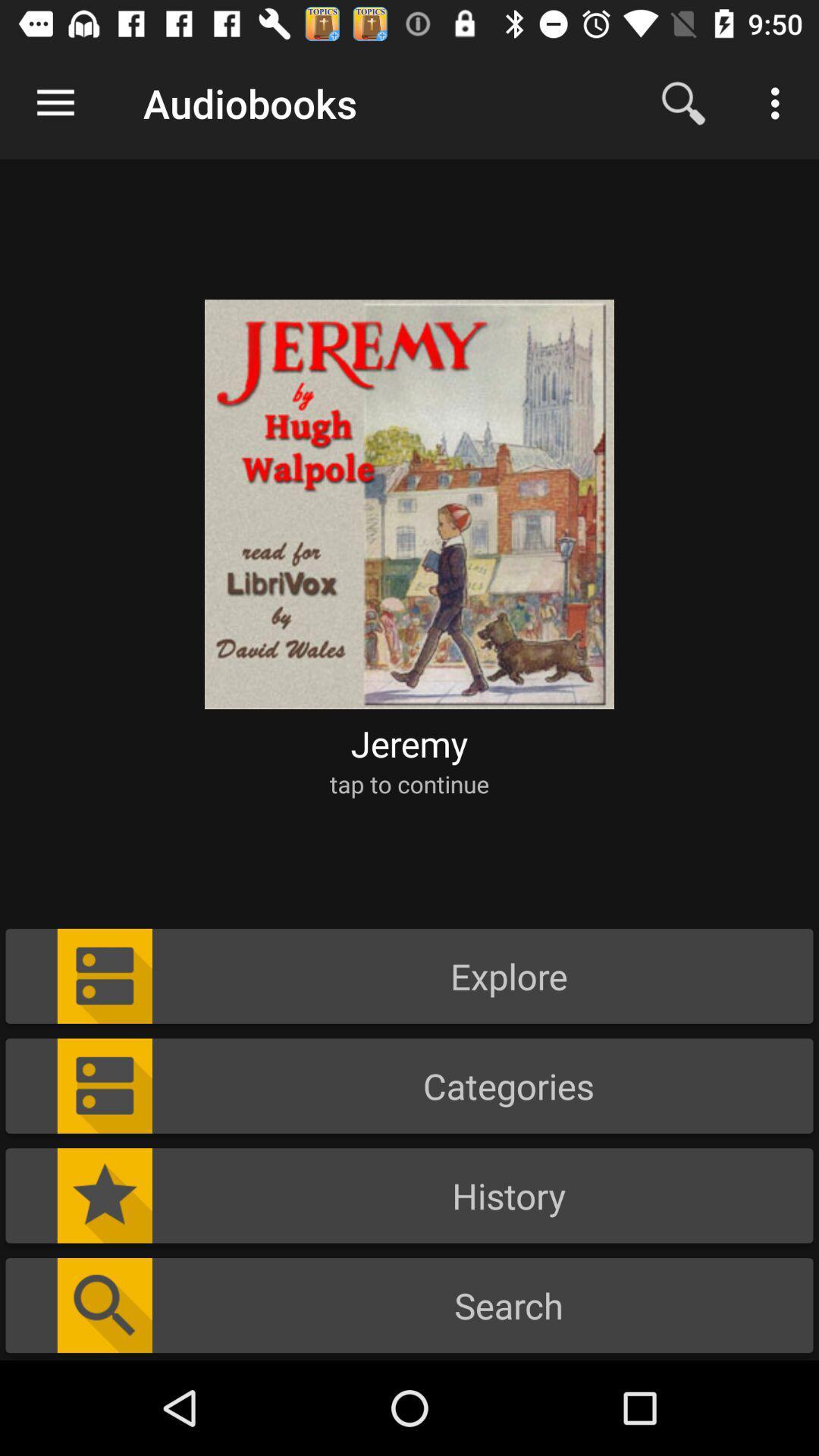  What do you see at coordinates (409, 743) in the screenshot?
I see `the icon above the tap to continue item` at bounding box center [409, 743].